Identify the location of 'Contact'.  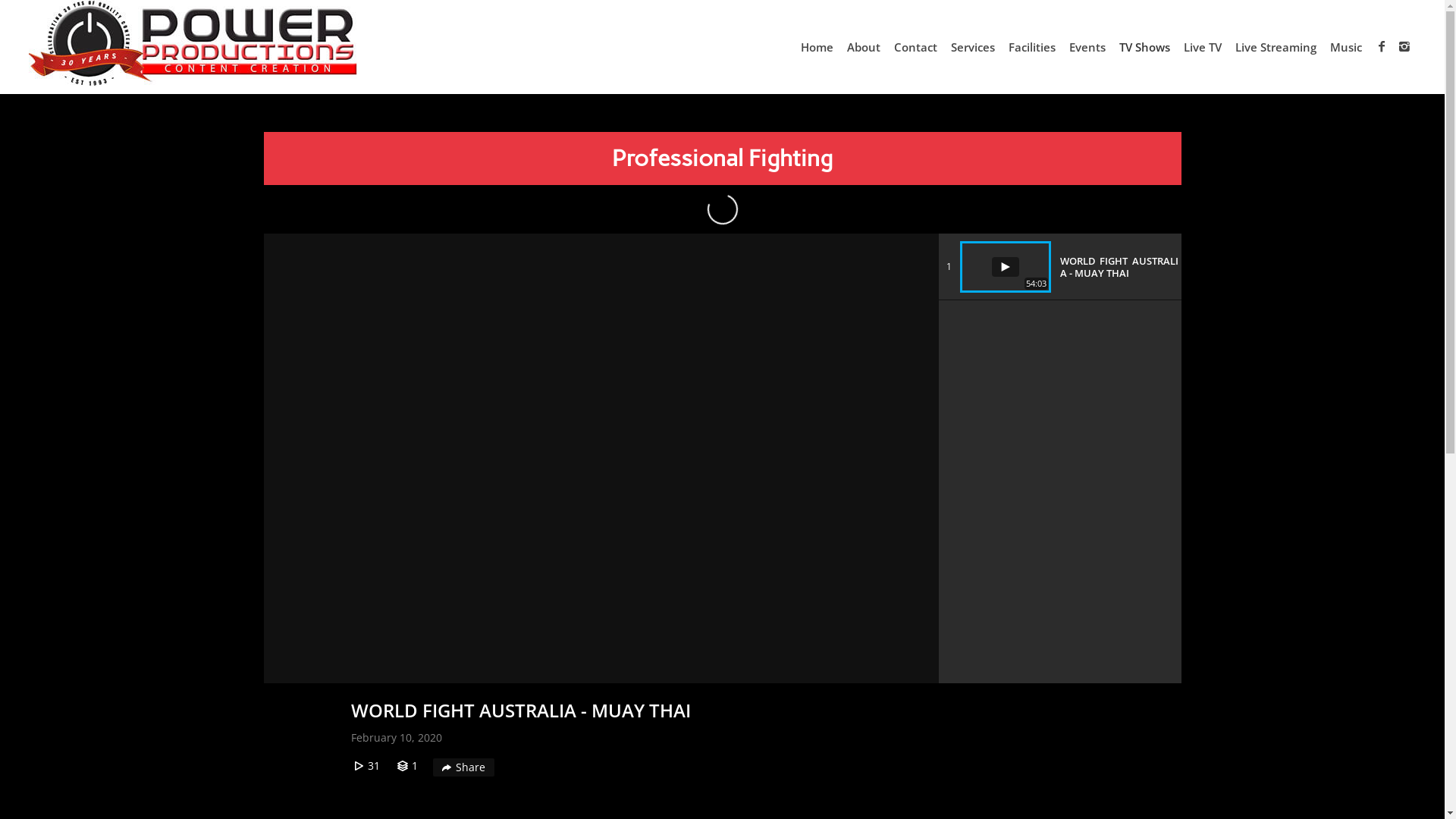
(915, 45).